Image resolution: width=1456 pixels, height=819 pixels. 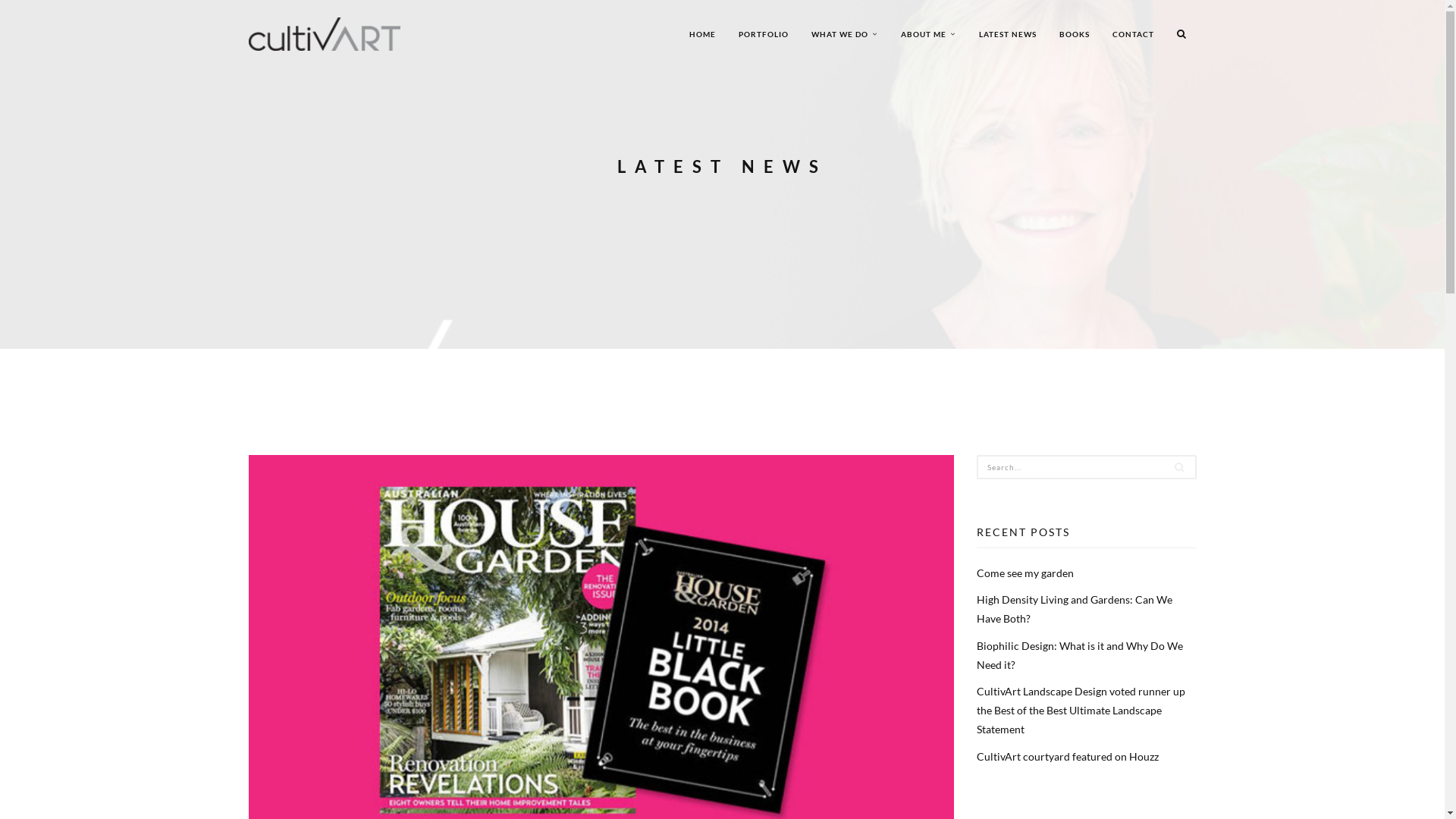 I want to click on 'Biophilic Design: What is it and Why Do We Need it?', so click(x=976, y=654).